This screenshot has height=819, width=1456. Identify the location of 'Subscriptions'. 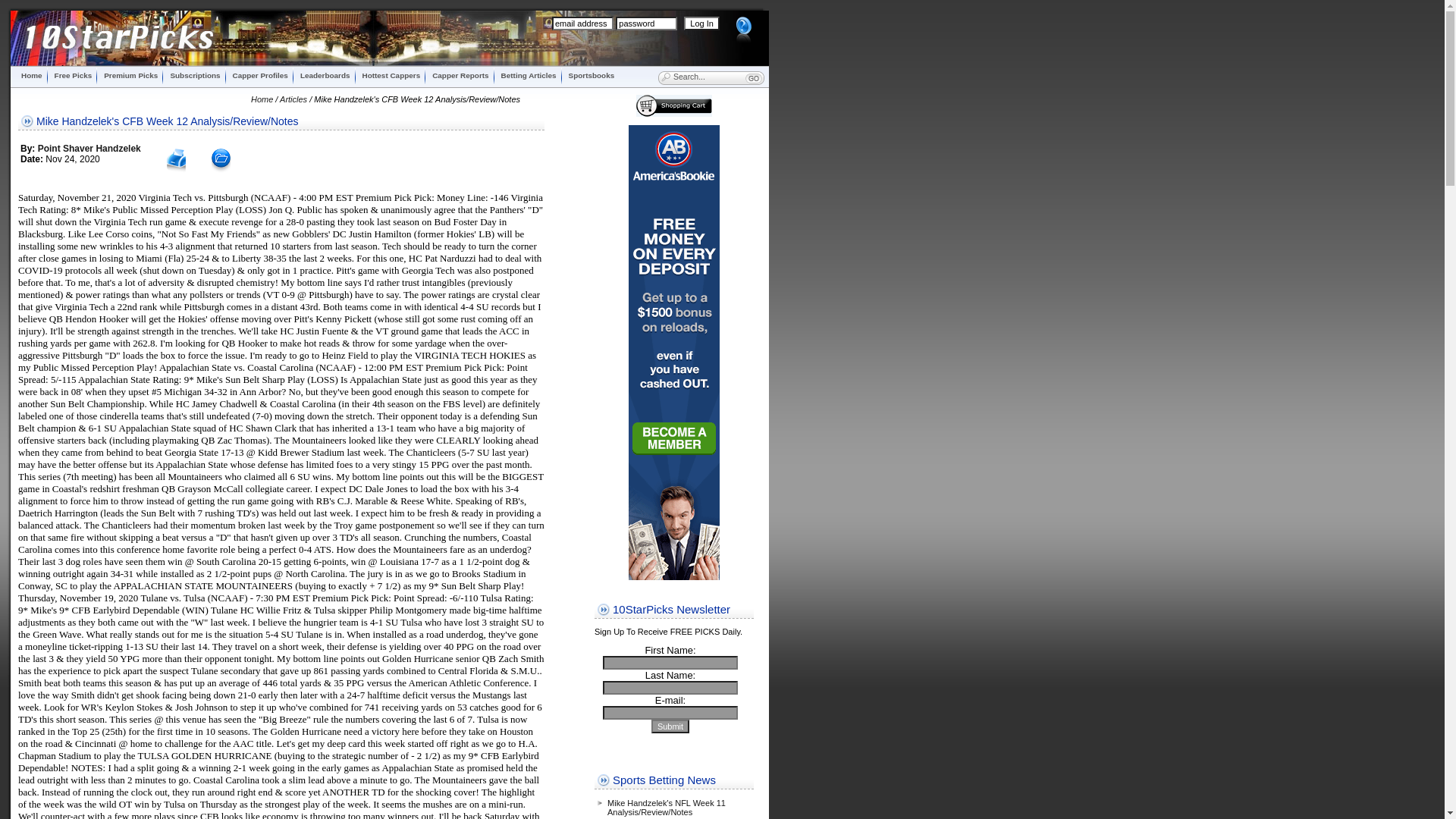
(164, 76).